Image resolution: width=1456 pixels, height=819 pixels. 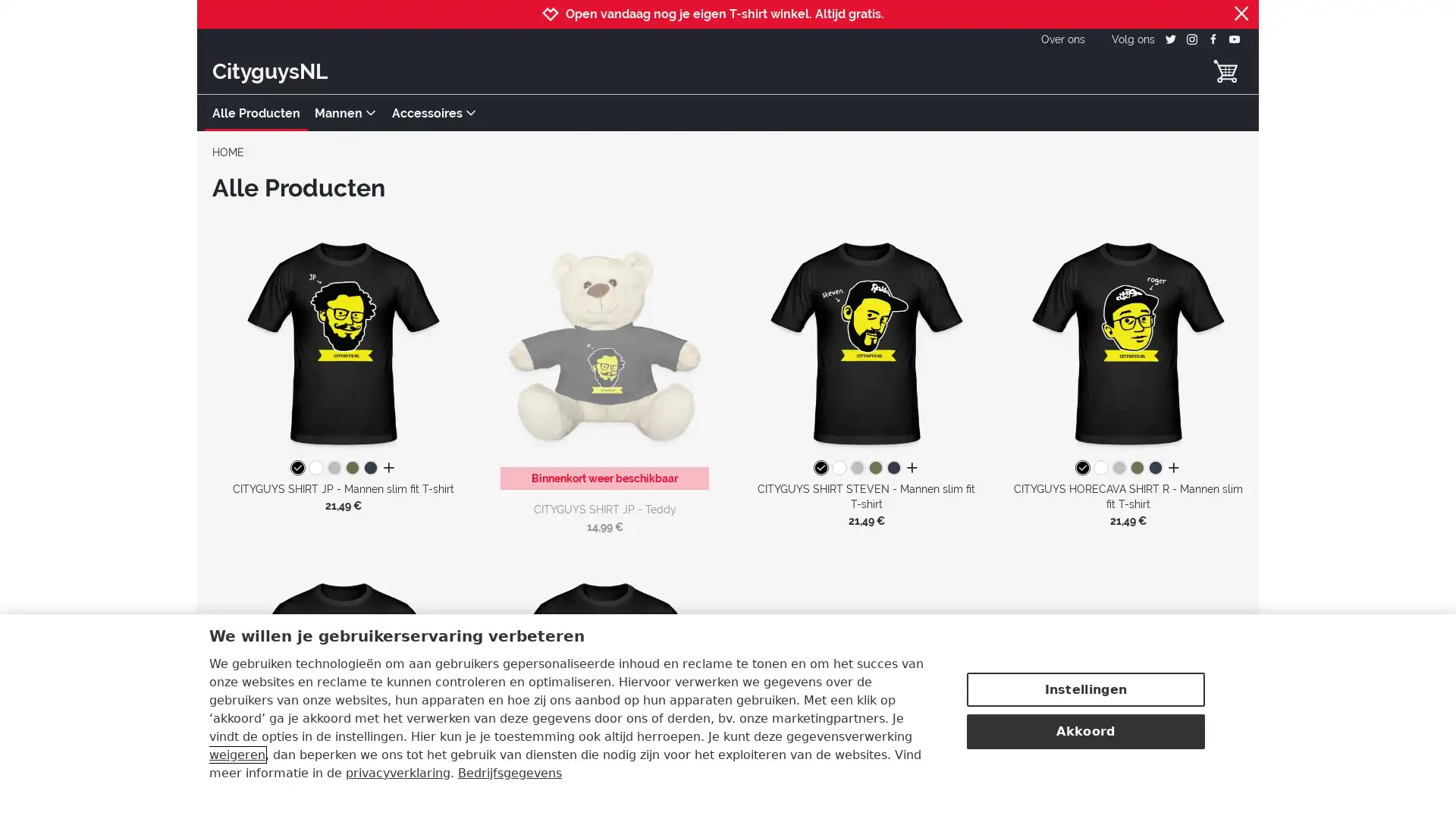 What do you see at coordinates (342, 340) in the screenshot?
I see `CITYGUYS SHIRT JP - Mannen slim fit T-shirt` at bounding box center [342, 340].